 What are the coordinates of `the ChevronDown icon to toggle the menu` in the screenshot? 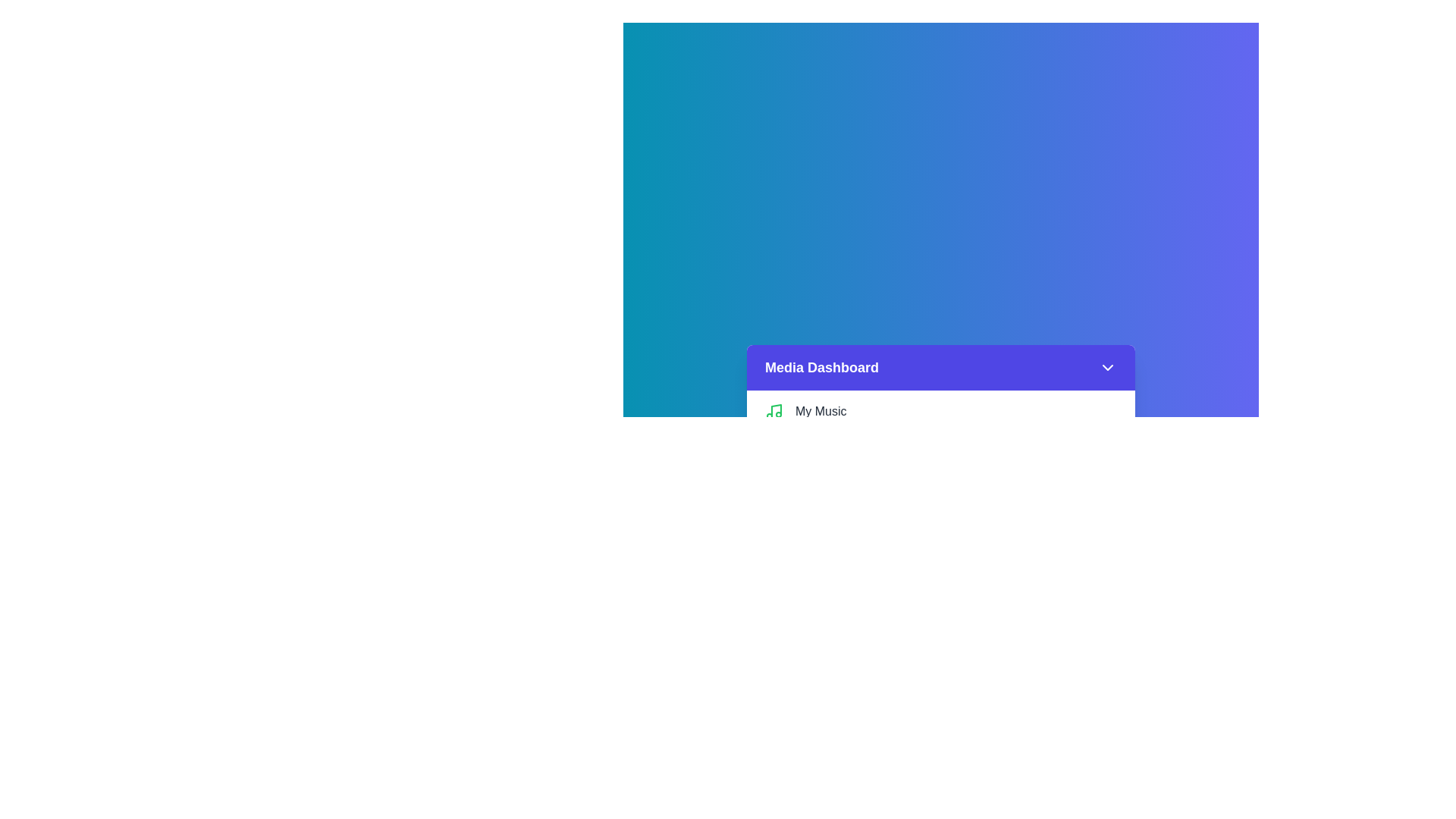 It's located at (1107, 368).